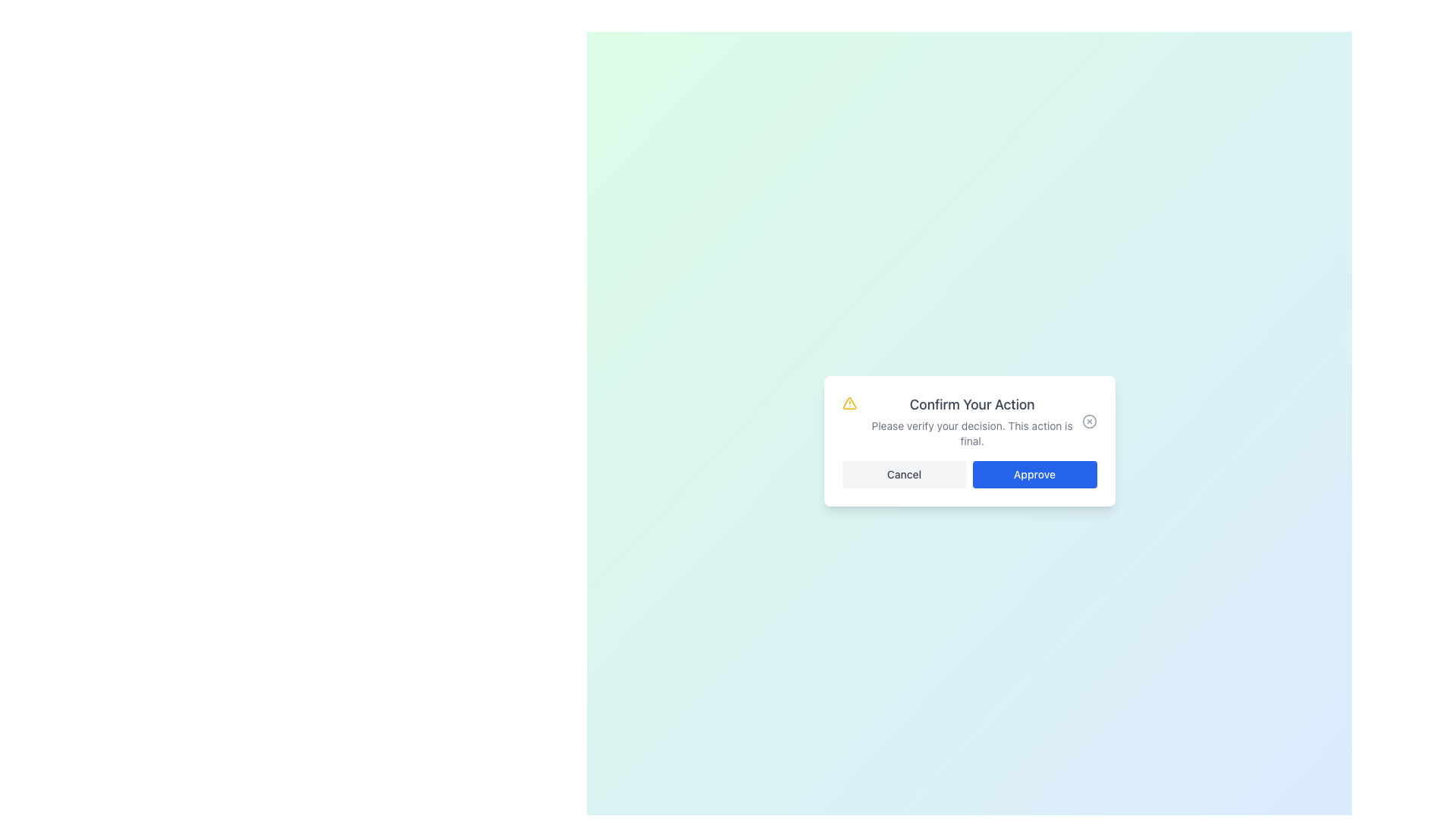 This screenshot has width=1456, height=819. I want to click on the triangular warning icon with a yellow outline located at the top-left corner of the confirmation dialog's header area, so click(849, 403).